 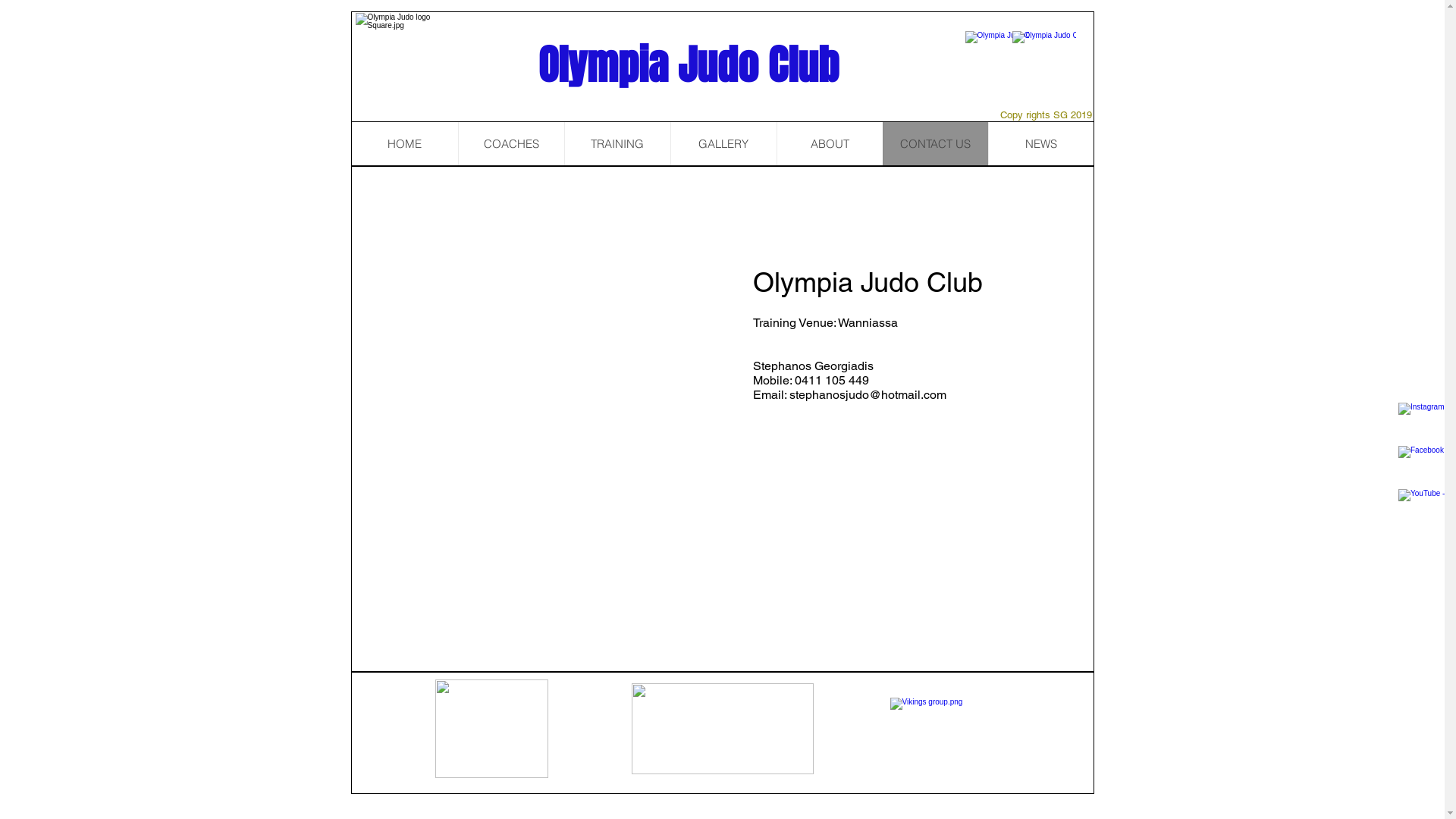 I want to click on 'GALLERY', so click(x=723, y=143).